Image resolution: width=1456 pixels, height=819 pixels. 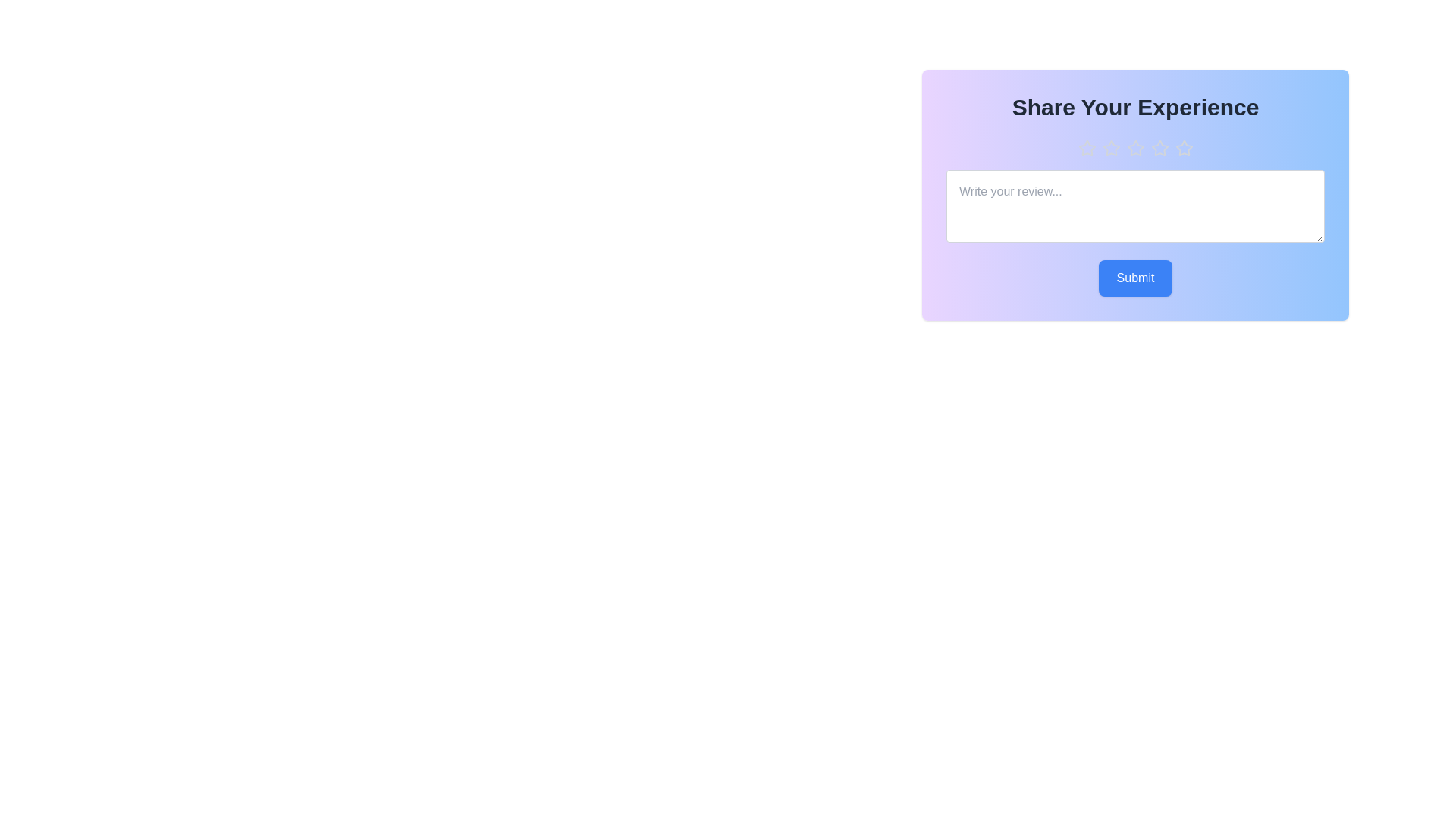 What do you see at coordinates (1159, 149) in the screenshot?
I see `the rating to 4 stars by clicking the corresponding star button` at bounding box center [1159, 149].